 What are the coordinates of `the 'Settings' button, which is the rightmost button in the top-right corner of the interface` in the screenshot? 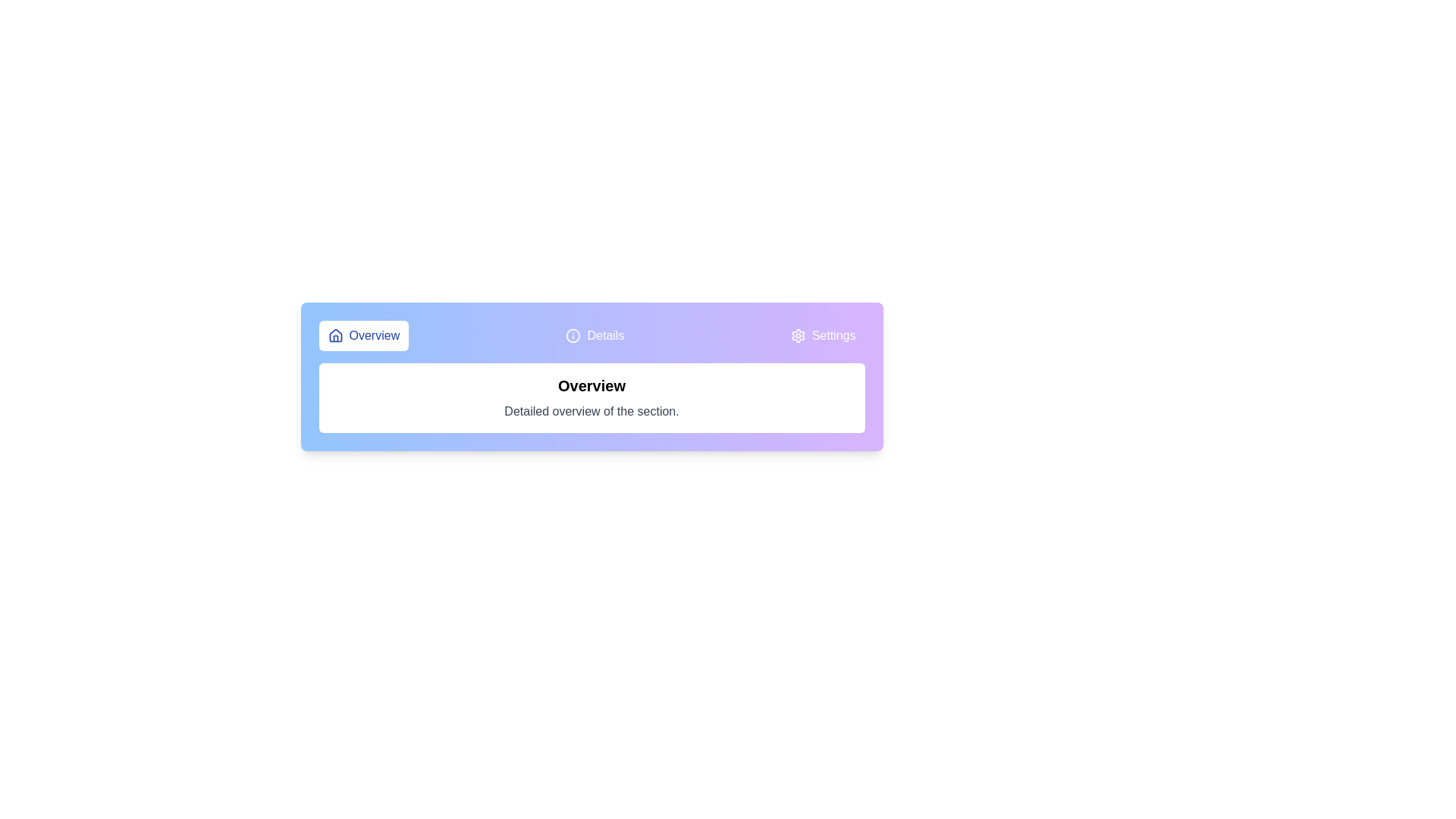 It's located at (822, 335).